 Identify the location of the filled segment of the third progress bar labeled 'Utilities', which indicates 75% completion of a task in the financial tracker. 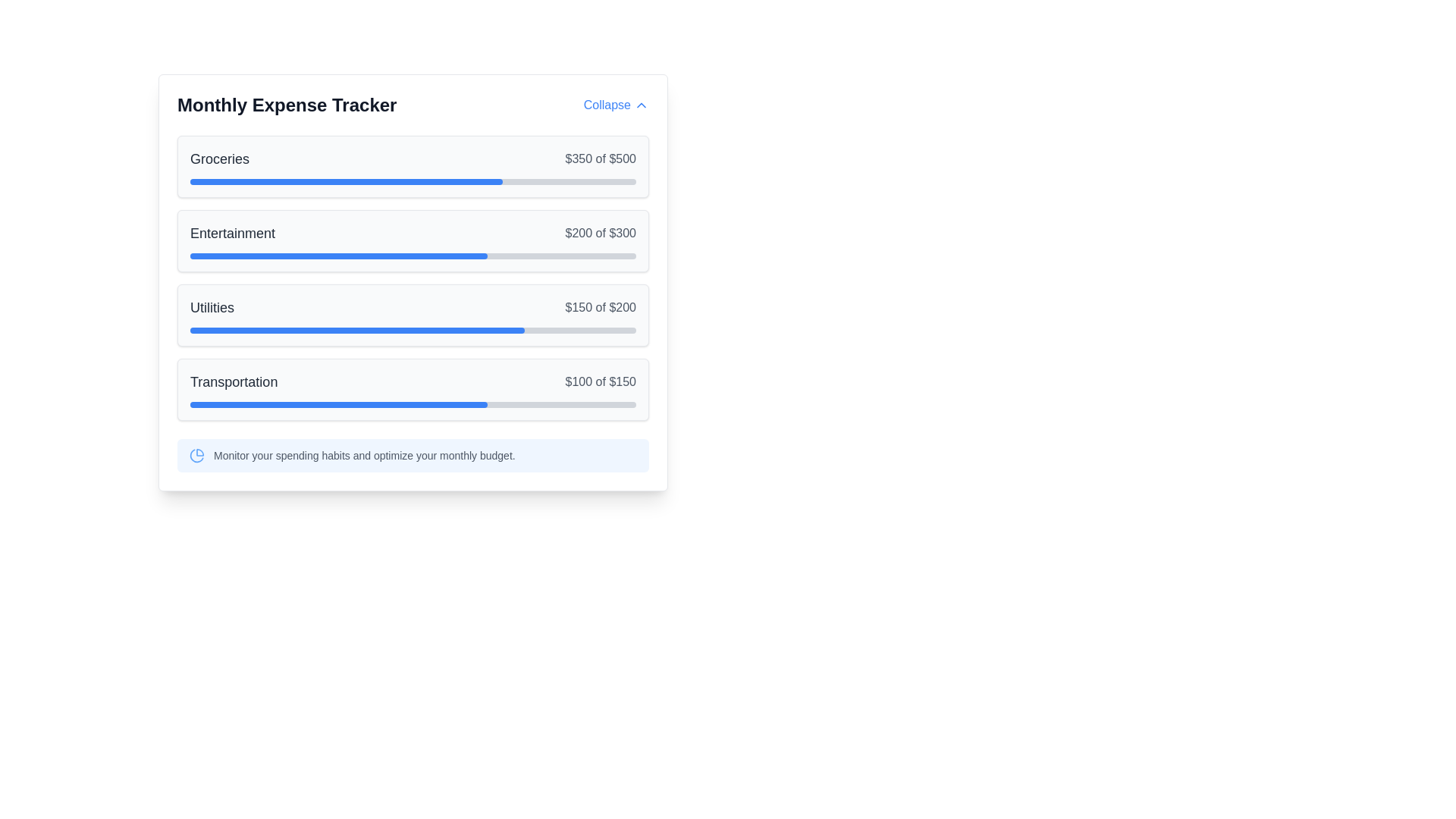
(356, 329).